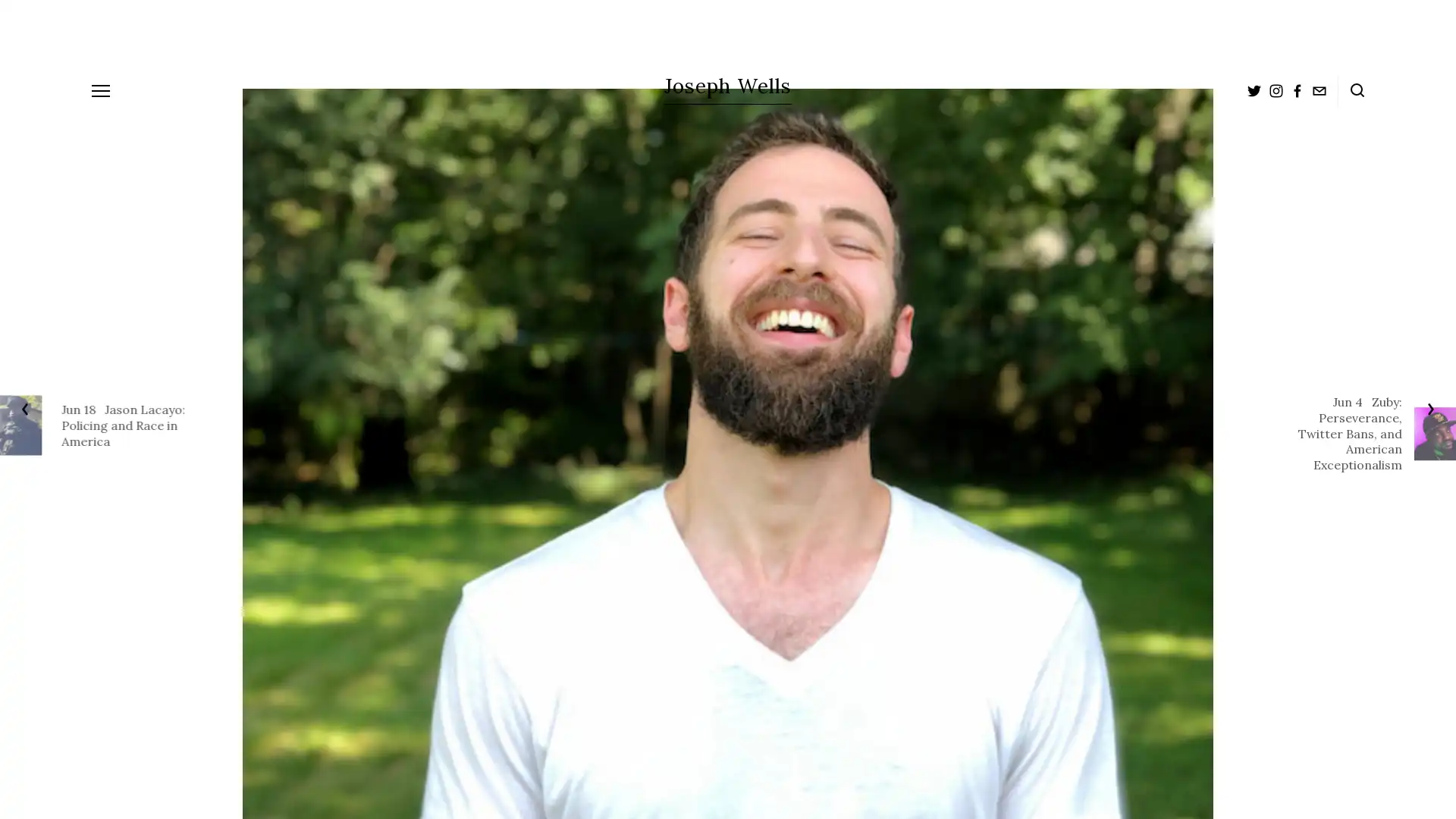 The image size is (1456, 819). What do you see at coordinates (856, 441) in the screenshot?
I see `Subscribe` at bounding box center [856, 441].